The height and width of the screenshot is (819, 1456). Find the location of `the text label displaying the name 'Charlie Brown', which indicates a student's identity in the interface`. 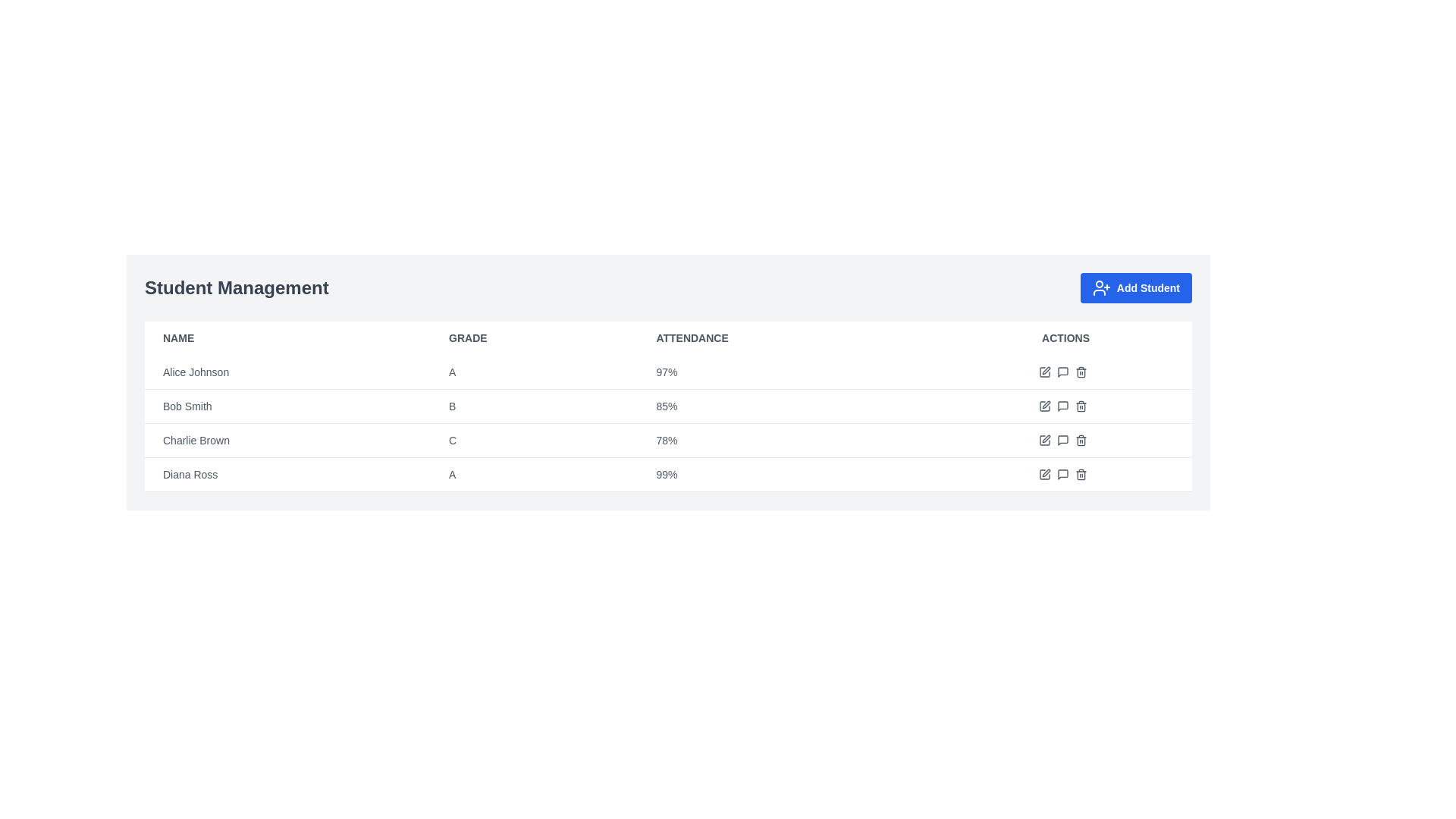

the text label displaying the name 'Charlie Brown', which indicates a student's identity in the interface is located at coordinates (196, 441).